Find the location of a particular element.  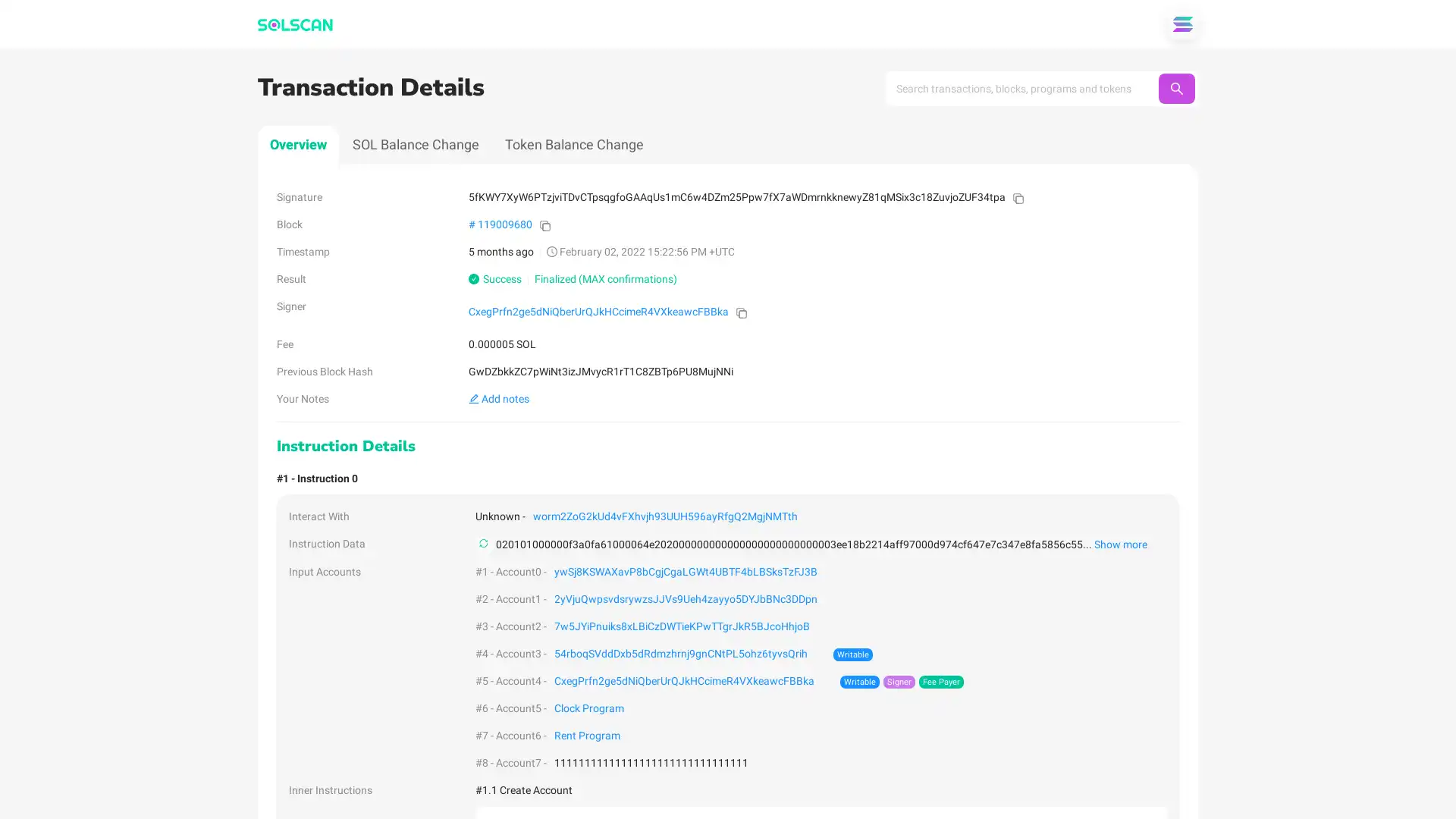

search is located at coordinates (1175, 88).